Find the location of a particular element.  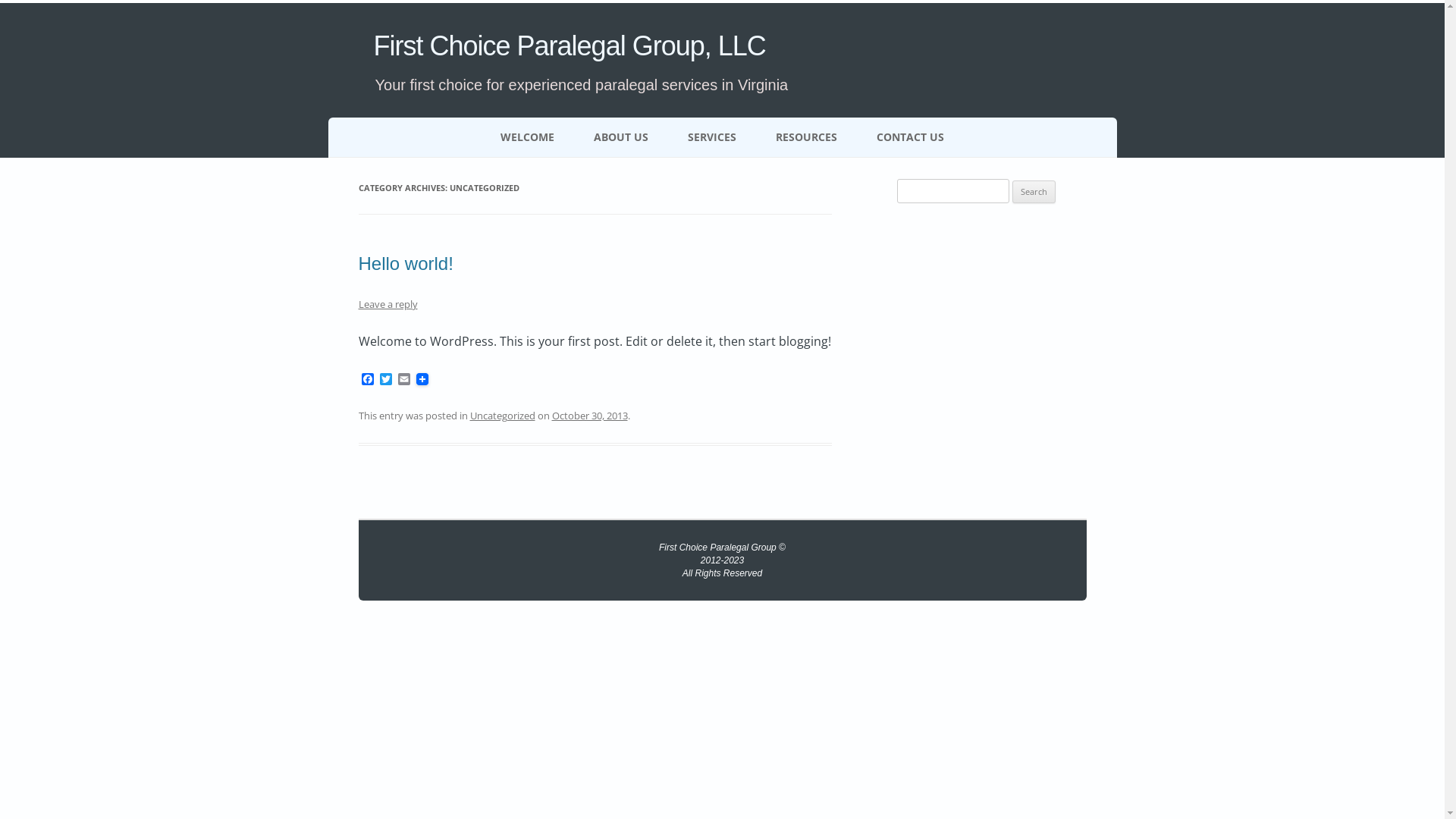

'Twitter' is located at coordinates (375, 379).